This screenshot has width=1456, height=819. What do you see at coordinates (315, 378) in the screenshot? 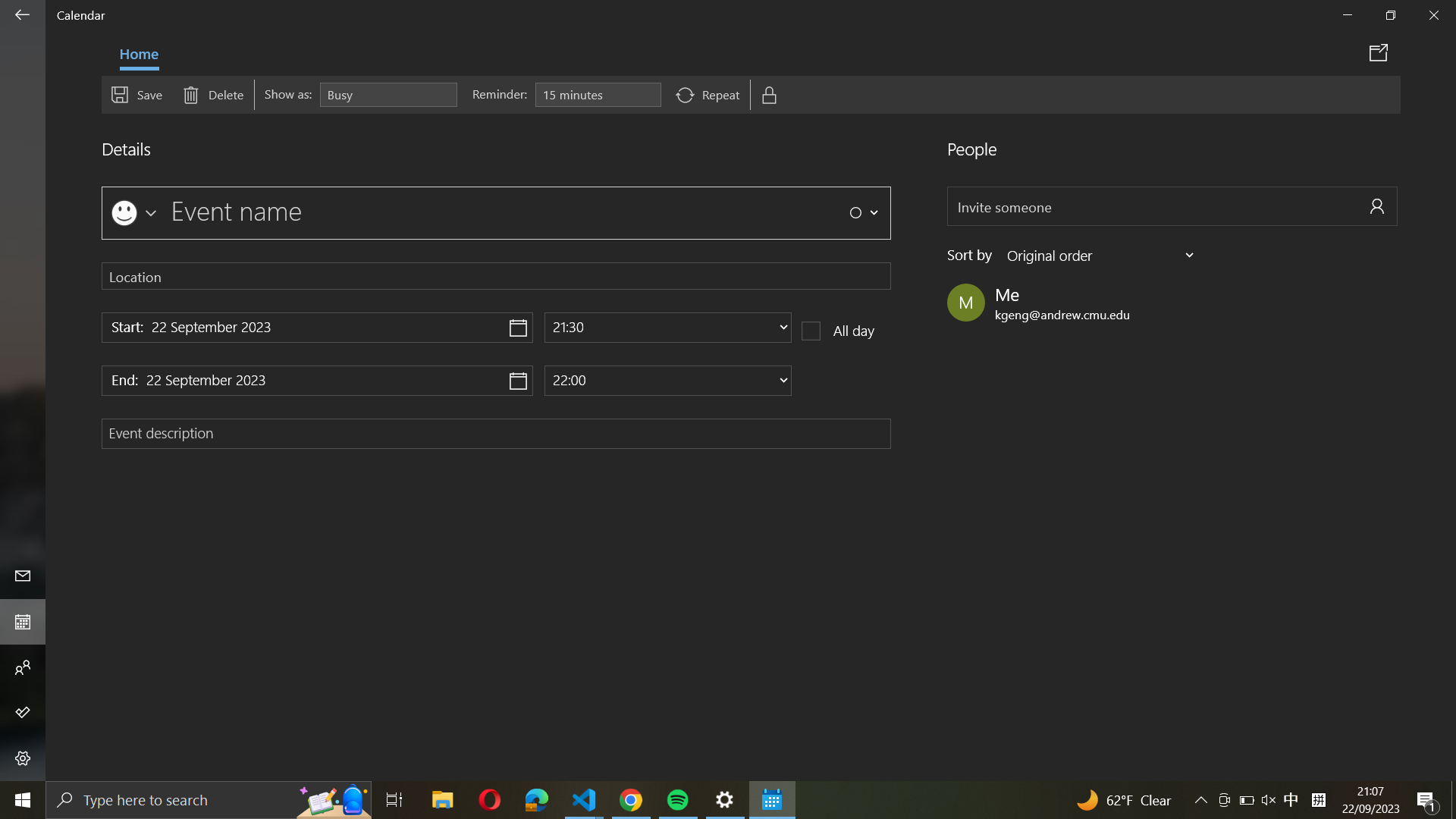
I see `Click to option to set end date` at bounding box center [315, 378].